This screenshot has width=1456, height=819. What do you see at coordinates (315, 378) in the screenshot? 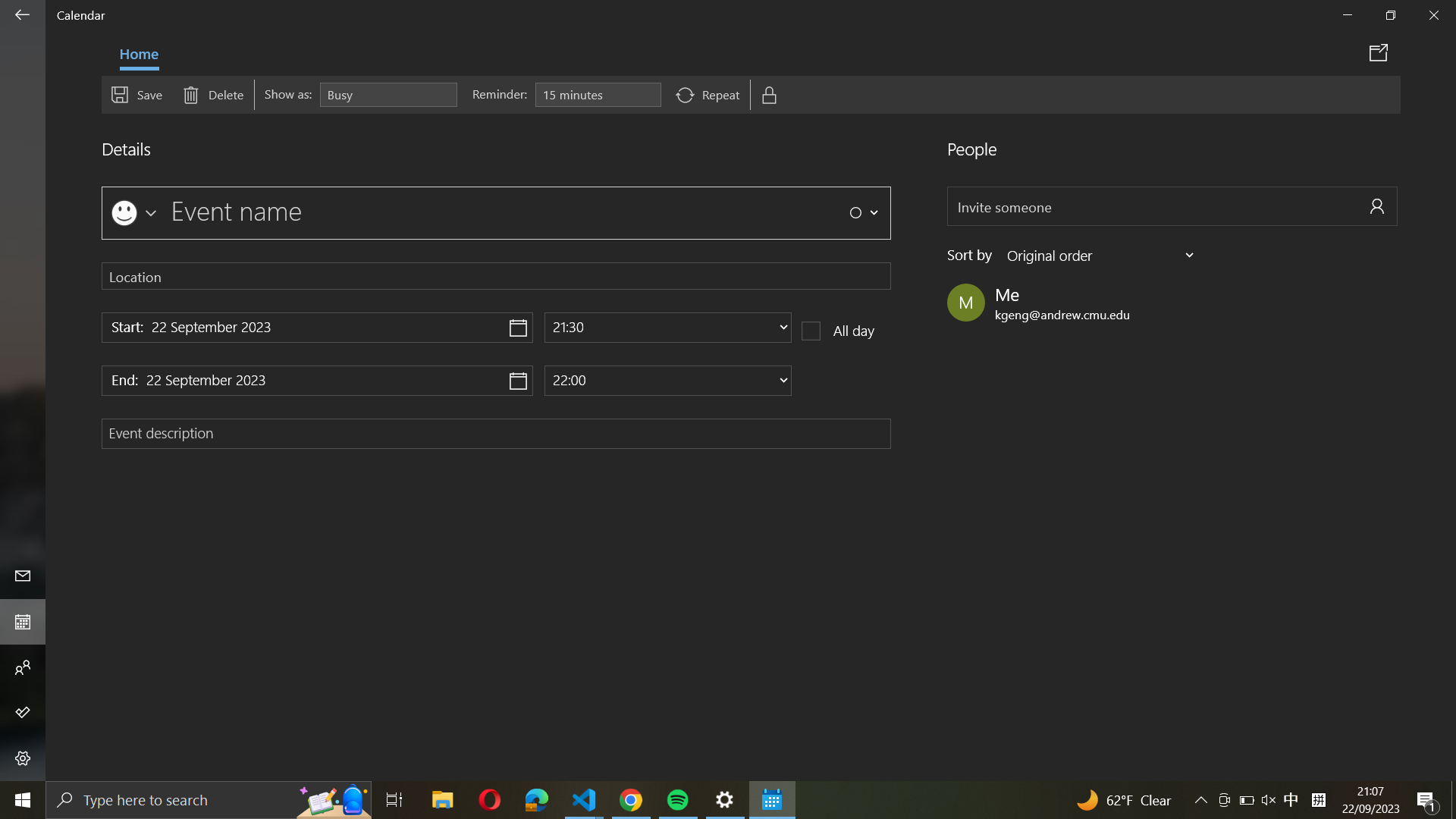
I see `Click to option to set end date` at bounding box center [315, 378].